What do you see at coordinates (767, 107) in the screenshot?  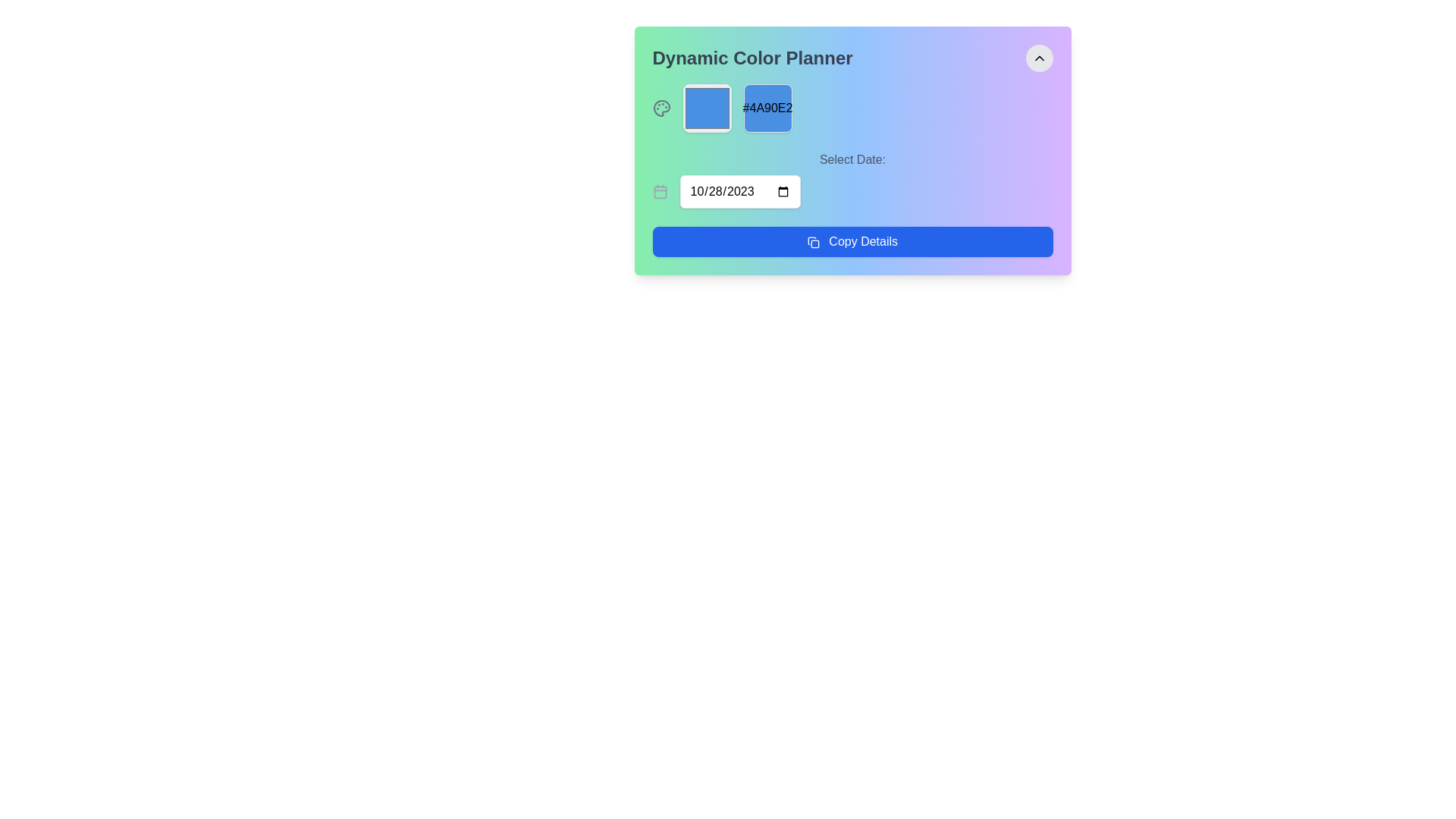 I see `the color and text of the color swatch with a blue background and the text '#4A90E2' centered inside` at bounding box center [767, 107].